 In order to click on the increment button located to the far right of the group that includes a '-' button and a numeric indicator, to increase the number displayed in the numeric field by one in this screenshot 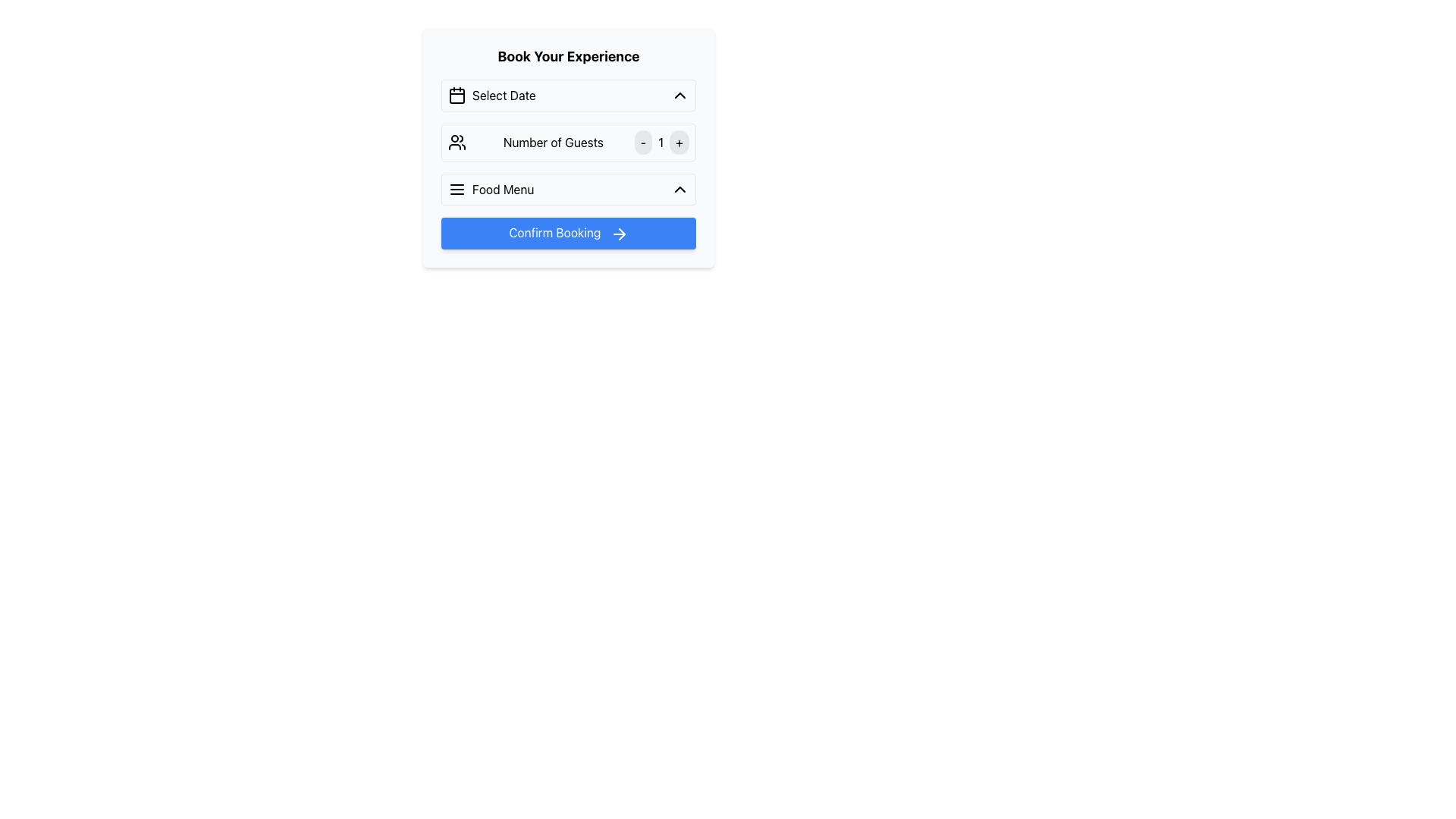, I will do `click(679, 143)`.